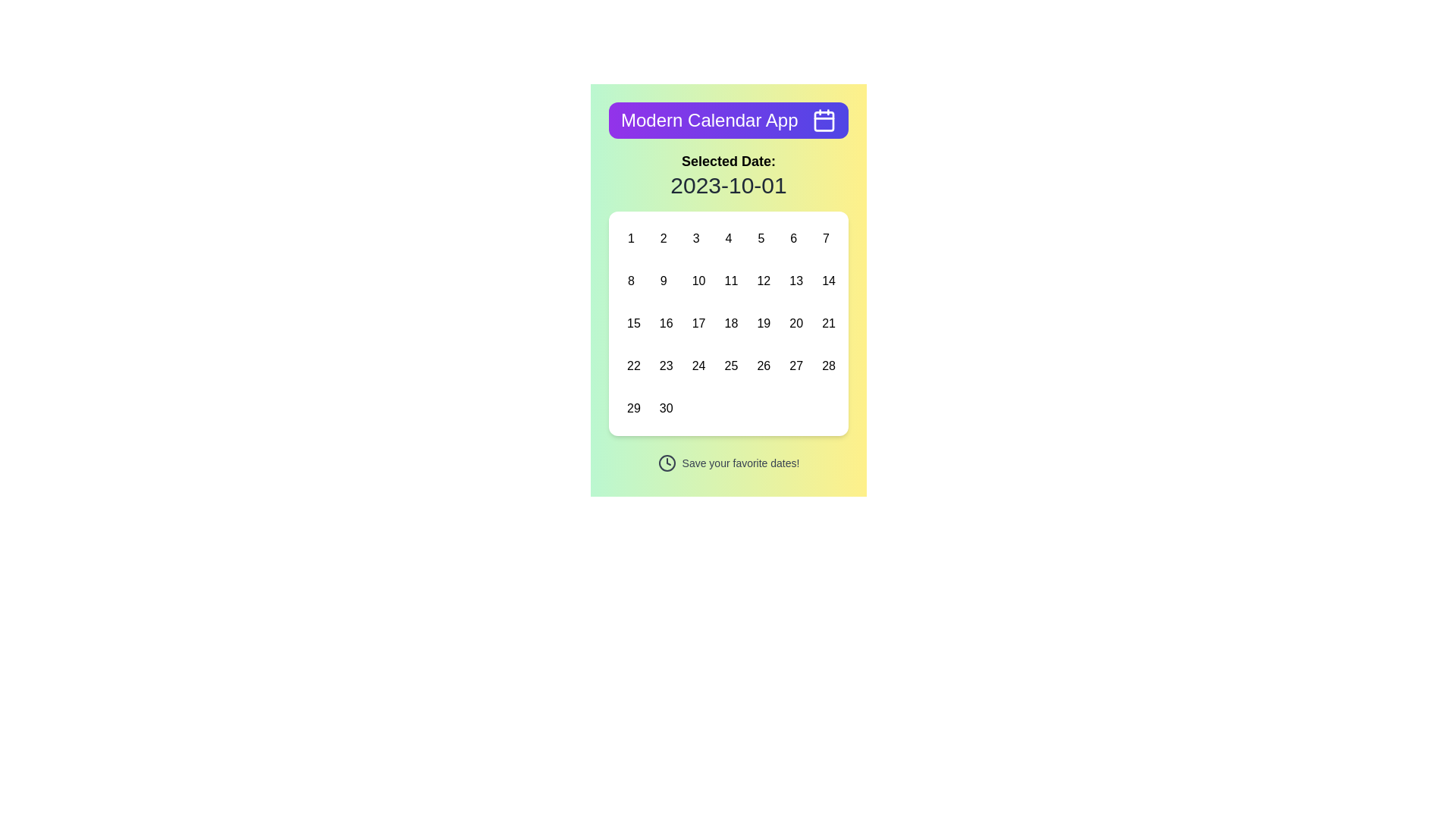  Describe the element at coordinates (664, 281) in the screenshot. I see `the rounded rectangular button labeled '9' in the calendar grid layout` at that location.